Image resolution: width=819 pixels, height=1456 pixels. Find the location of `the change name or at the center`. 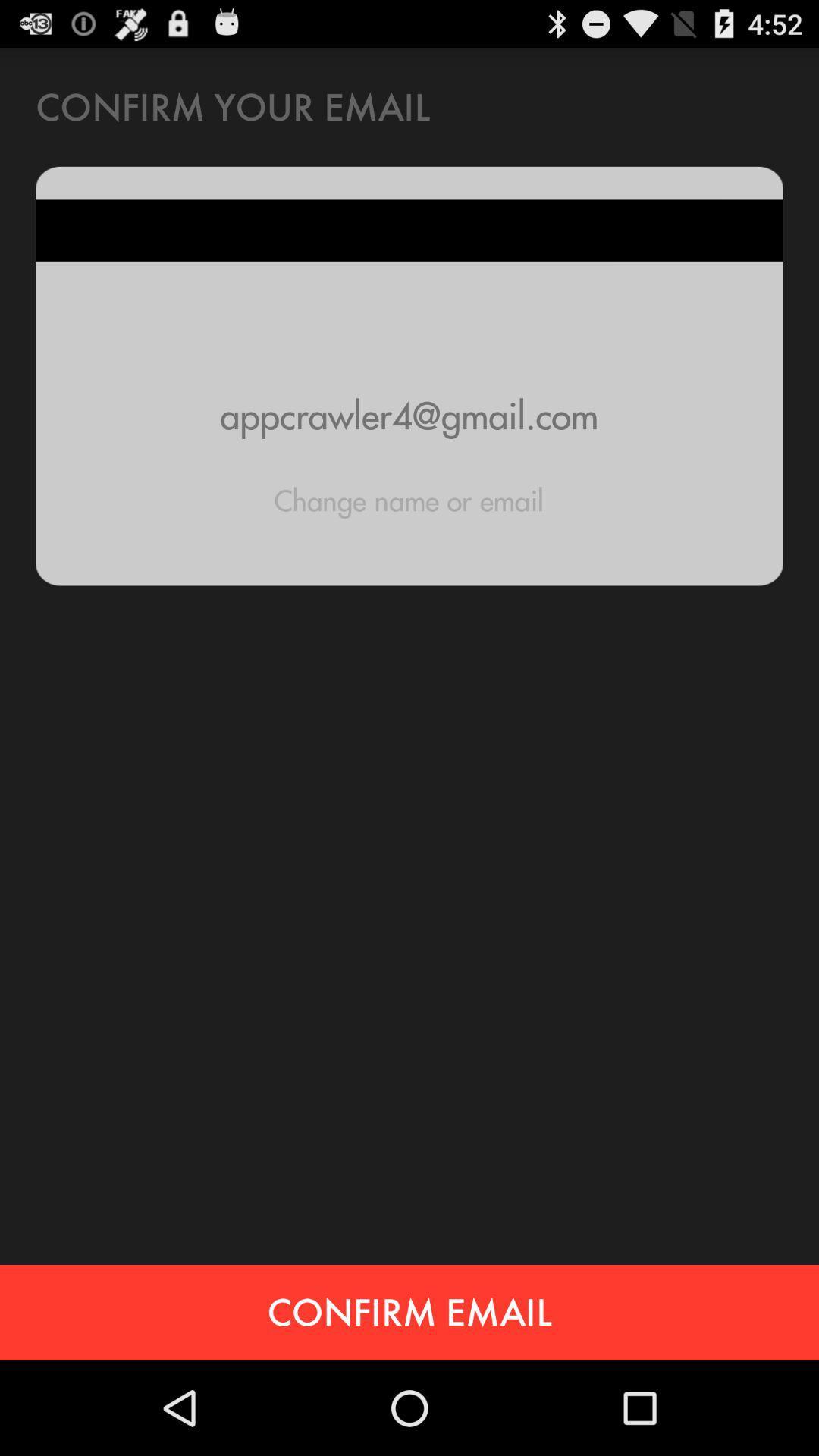

the change name or at the center is located at coordinates (408, 500).